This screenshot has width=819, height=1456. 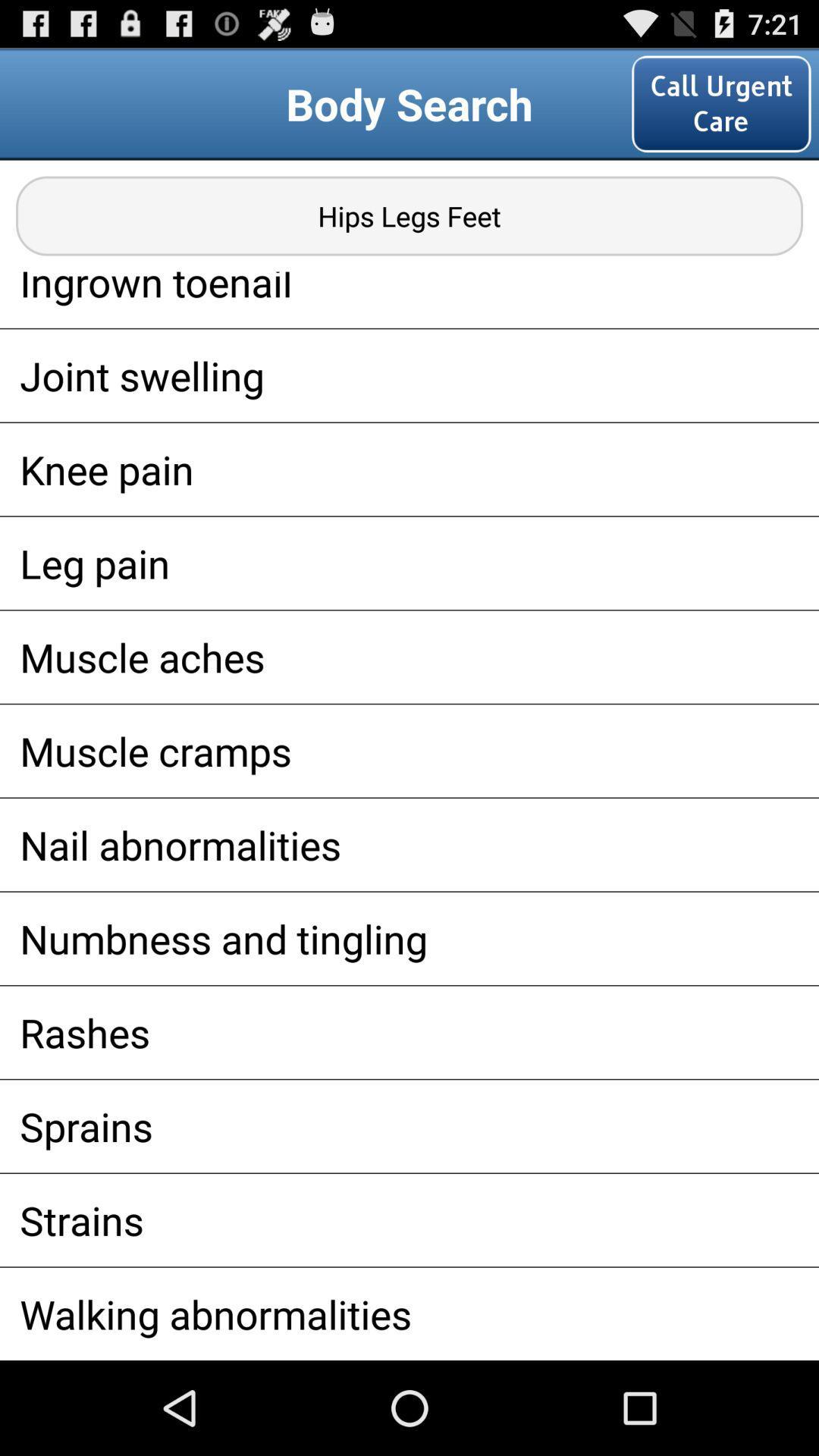 I want to click on leg pain, so click(x=409, y=562).